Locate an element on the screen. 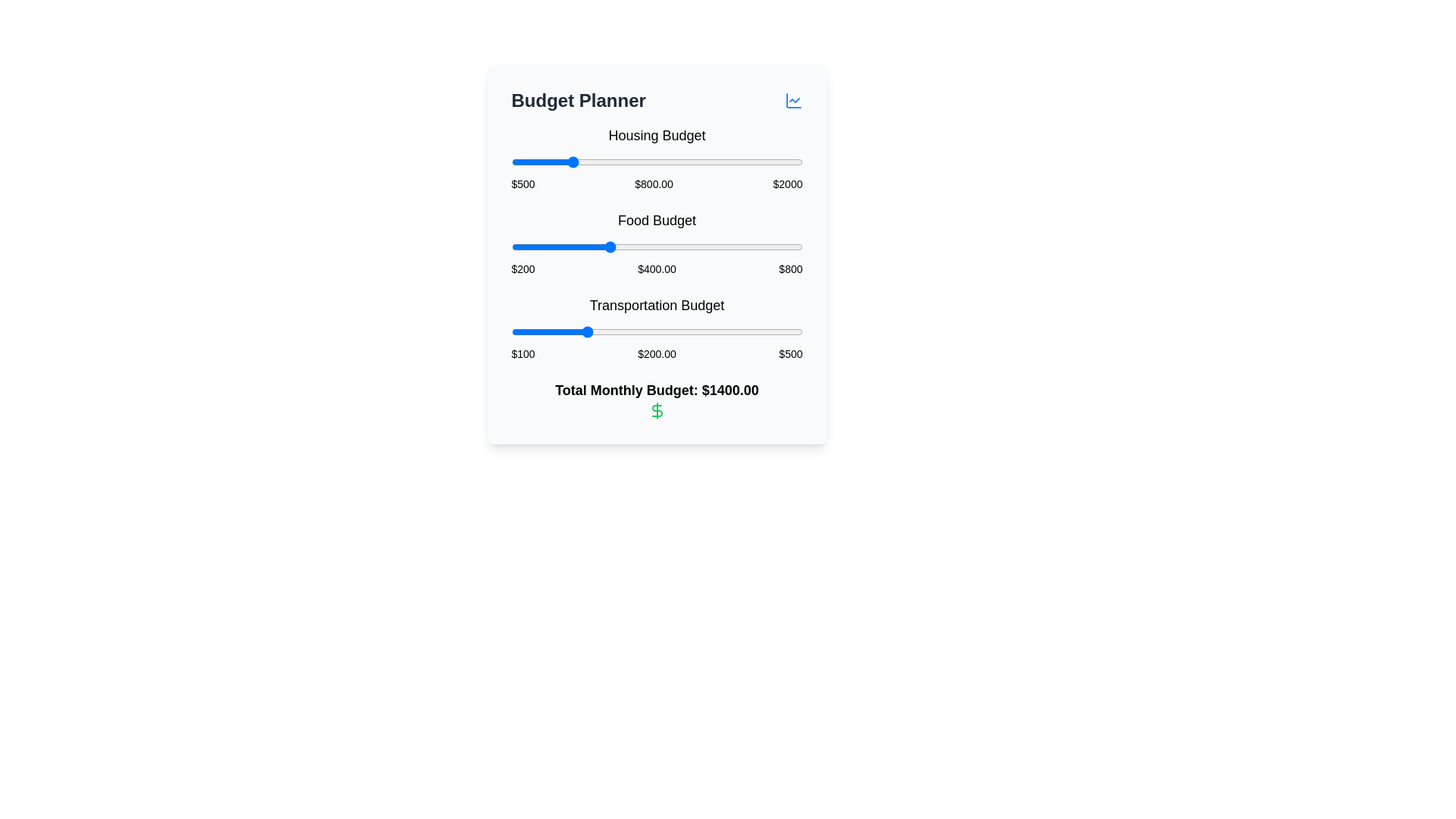 Image resolution: width=1456 pixels, height=819 pixels. the small blue line graph icon located at the top right corner of the 'Budget Planner' header is located at coordinates (792, 100).